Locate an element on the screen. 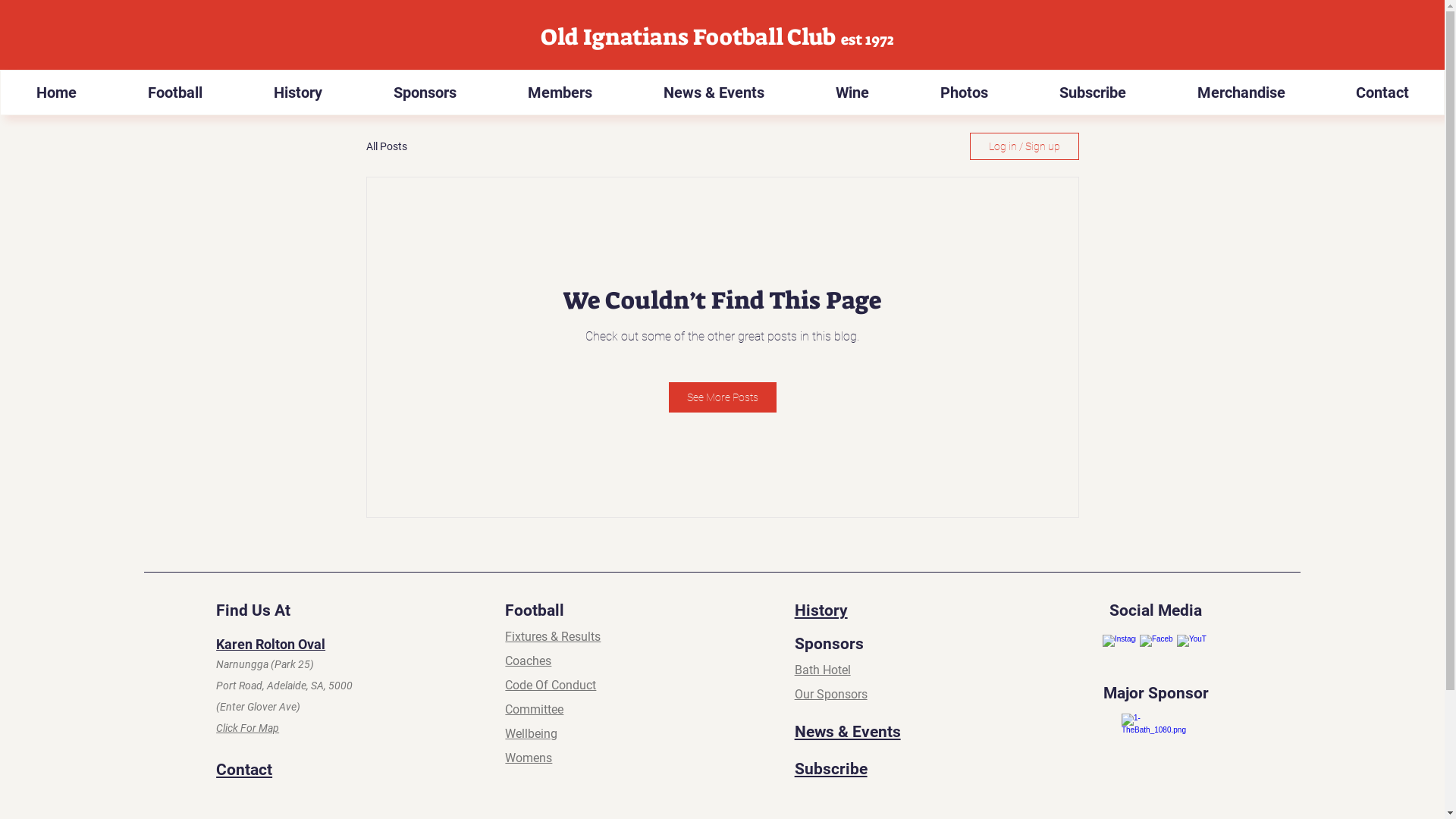  'News & Events' is located at coordinates (712, 93).